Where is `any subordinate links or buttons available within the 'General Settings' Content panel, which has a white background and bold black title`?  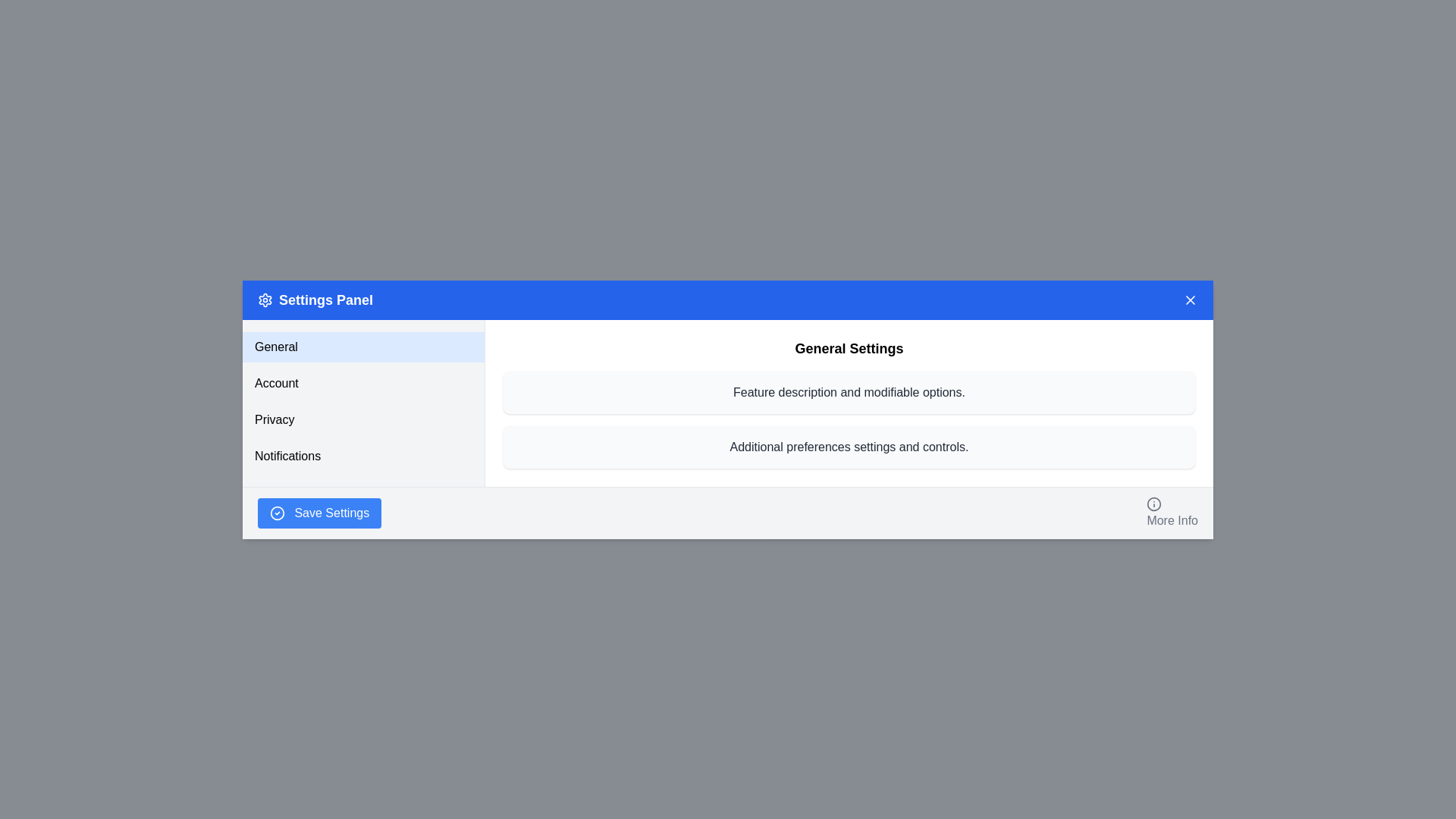 any subordinate links or buttons available within the 'General Settings' Content panel, which has a white background and bold black title is located at coordinates (848, 402).